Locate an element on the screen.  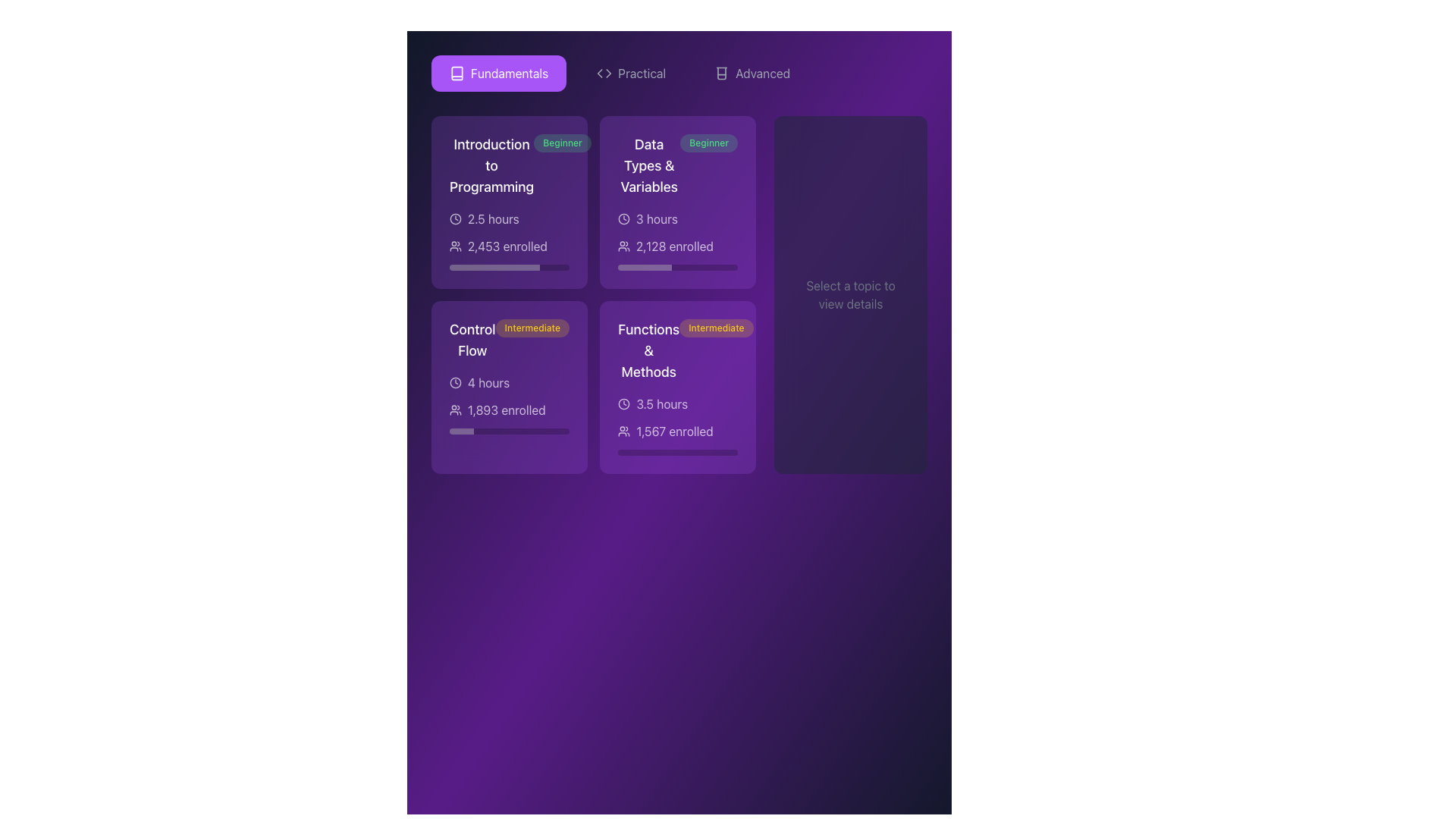
displayed duration of the course ('2.5 hours') located in the first card of the 'Fundamentals' section, beneath the title 'Introduction to Programming' and above the '2,453 enrolled' statistic is located at coordinates (510, 219).